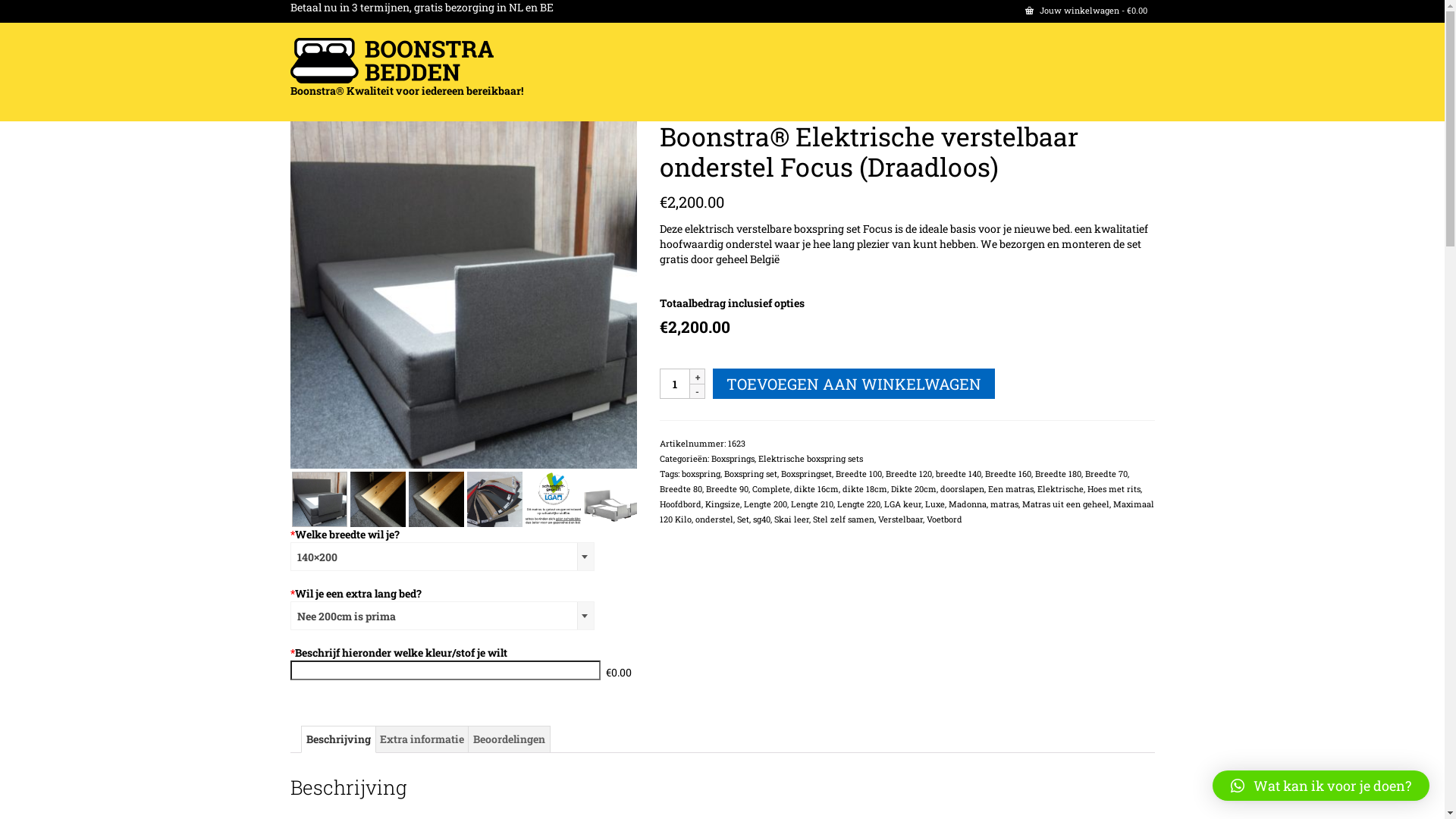 The image size is (1456, 819). What do you see at coordinates (679, 504) in the screenshot?
I see `'Hoofdbord'` at bounding box center [679, 504].